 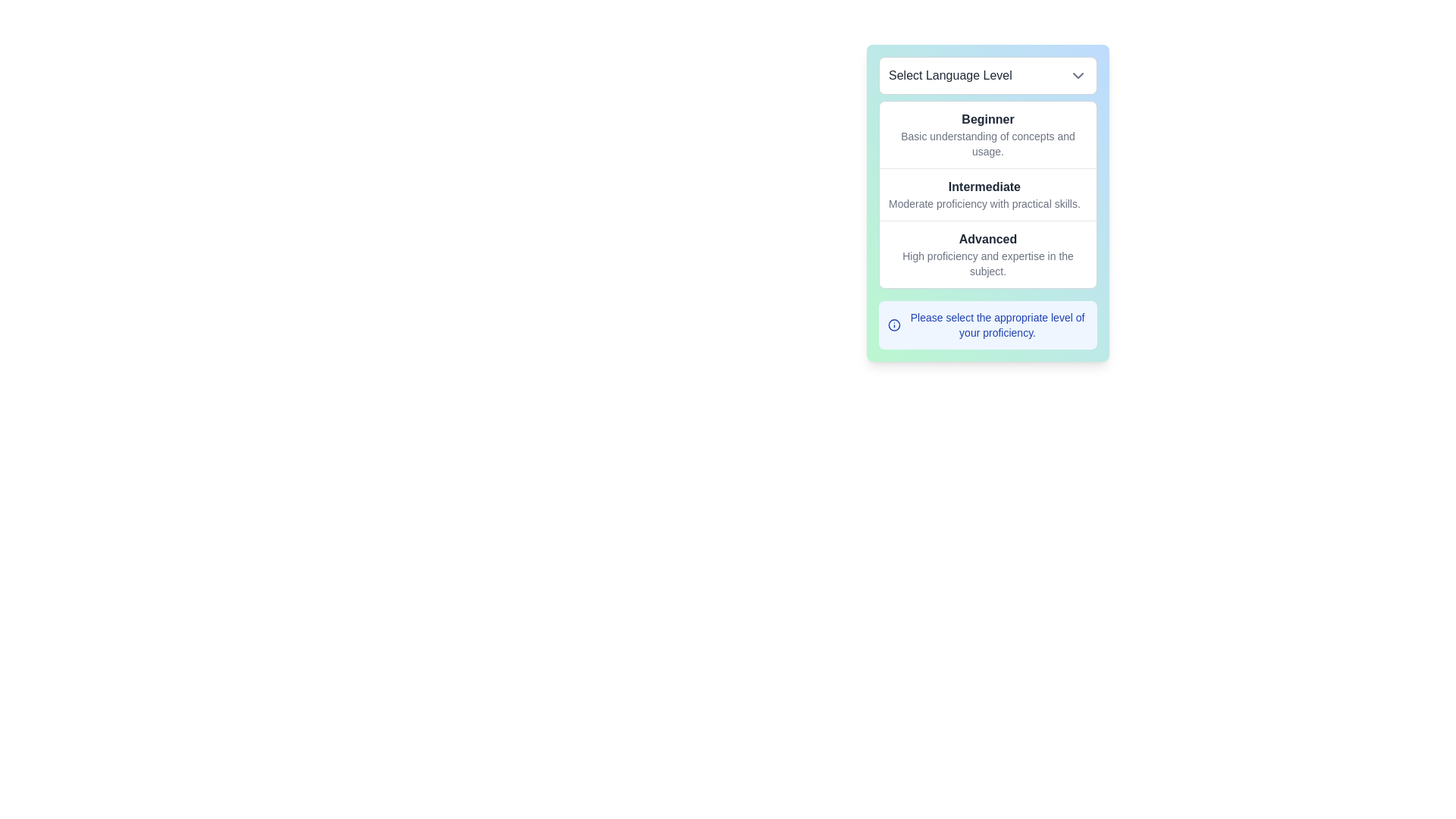 What do you see at coordinates (984, 186) in the screenshot?
I see `the static label indicating the proficiency level as 'Intermediate', which is located centrally in the language level selection module, positioned between 'Beginner' and 'Advanced'` at bounding box center [984, 186].